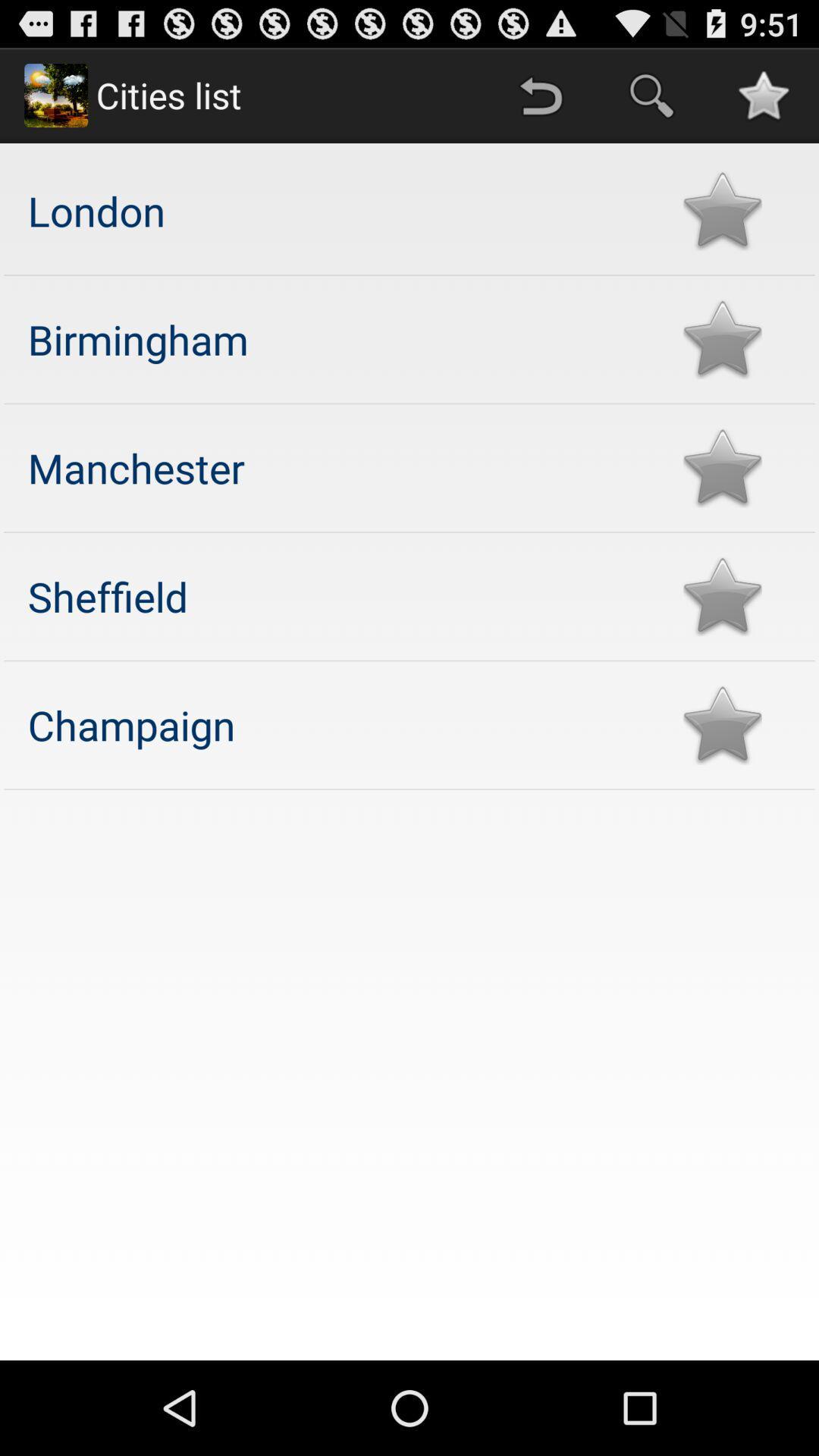 This screenshot has height=1456, width=819. What do you see at coordinates (340, 595) in the screenshot?
I see `the sheffield app` at bounding box center [340, 595].